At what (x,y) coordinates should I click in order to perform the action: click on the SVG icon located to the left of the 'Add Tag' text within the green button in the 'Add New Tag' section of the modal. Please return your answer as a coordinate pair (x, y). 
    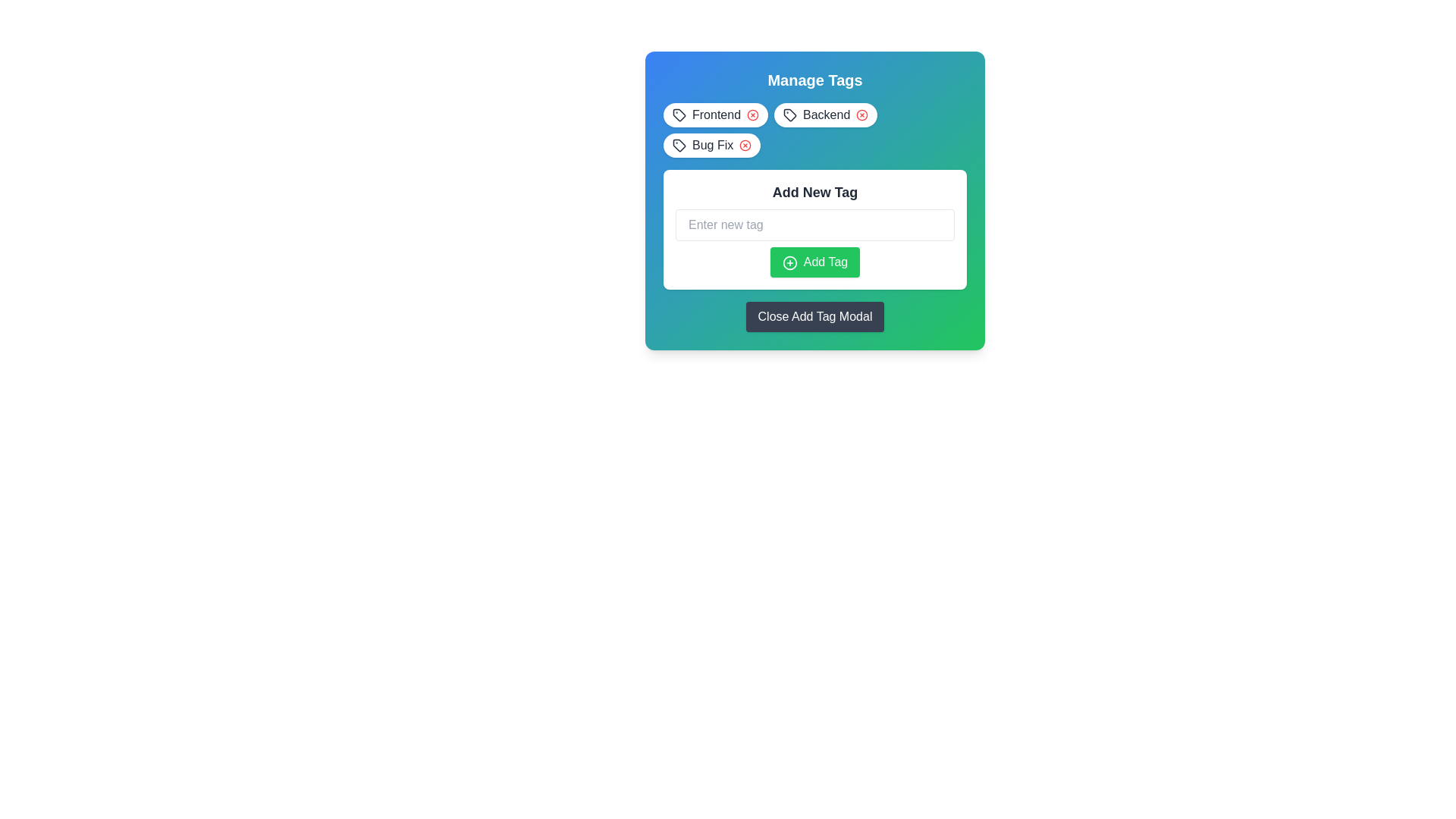
    Looking at the image, I should click on (789, 262).